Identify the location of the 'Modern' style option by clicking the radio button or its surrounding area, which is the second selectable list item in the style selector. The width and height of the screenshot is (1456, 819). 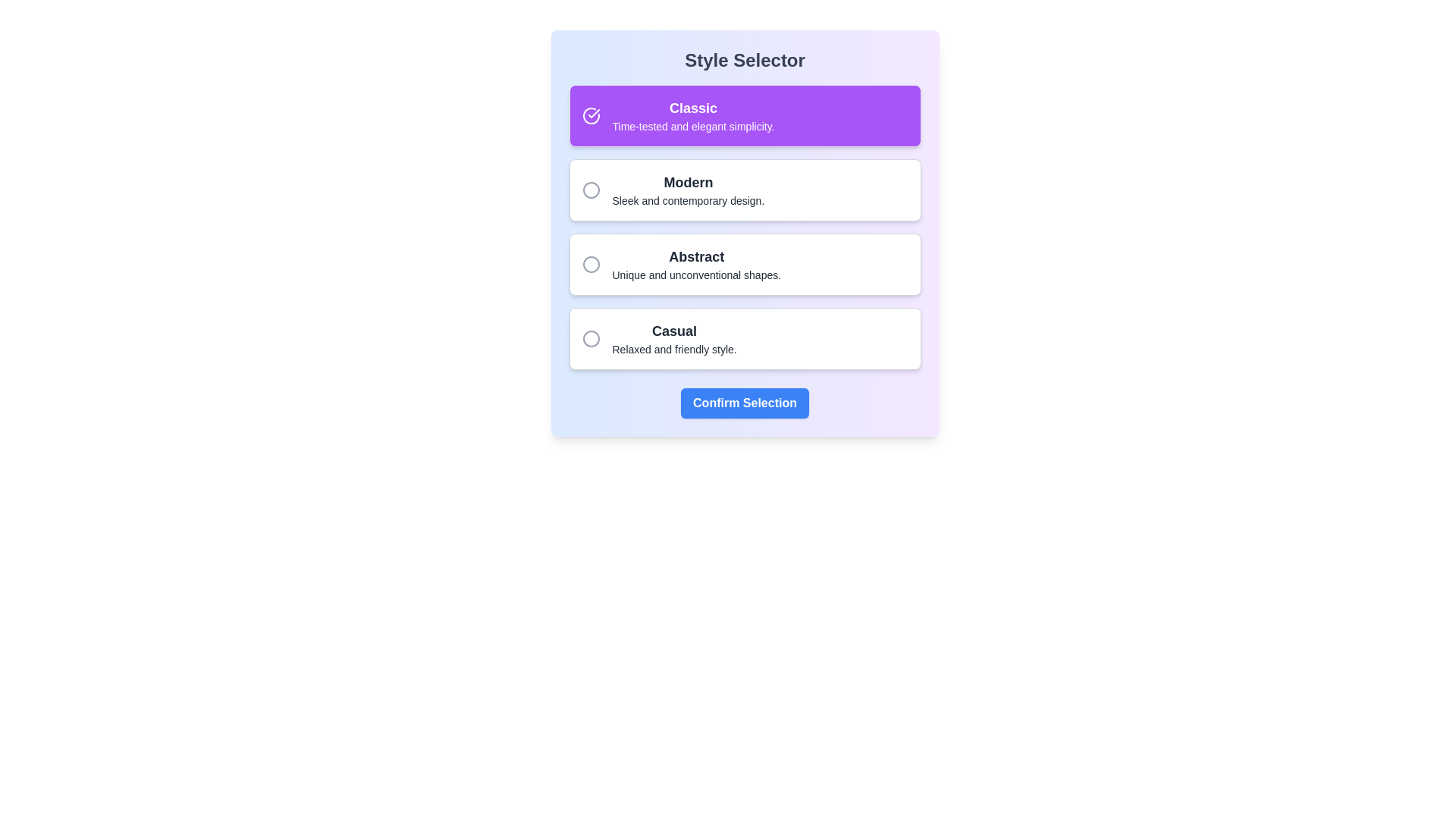
(745, 189).